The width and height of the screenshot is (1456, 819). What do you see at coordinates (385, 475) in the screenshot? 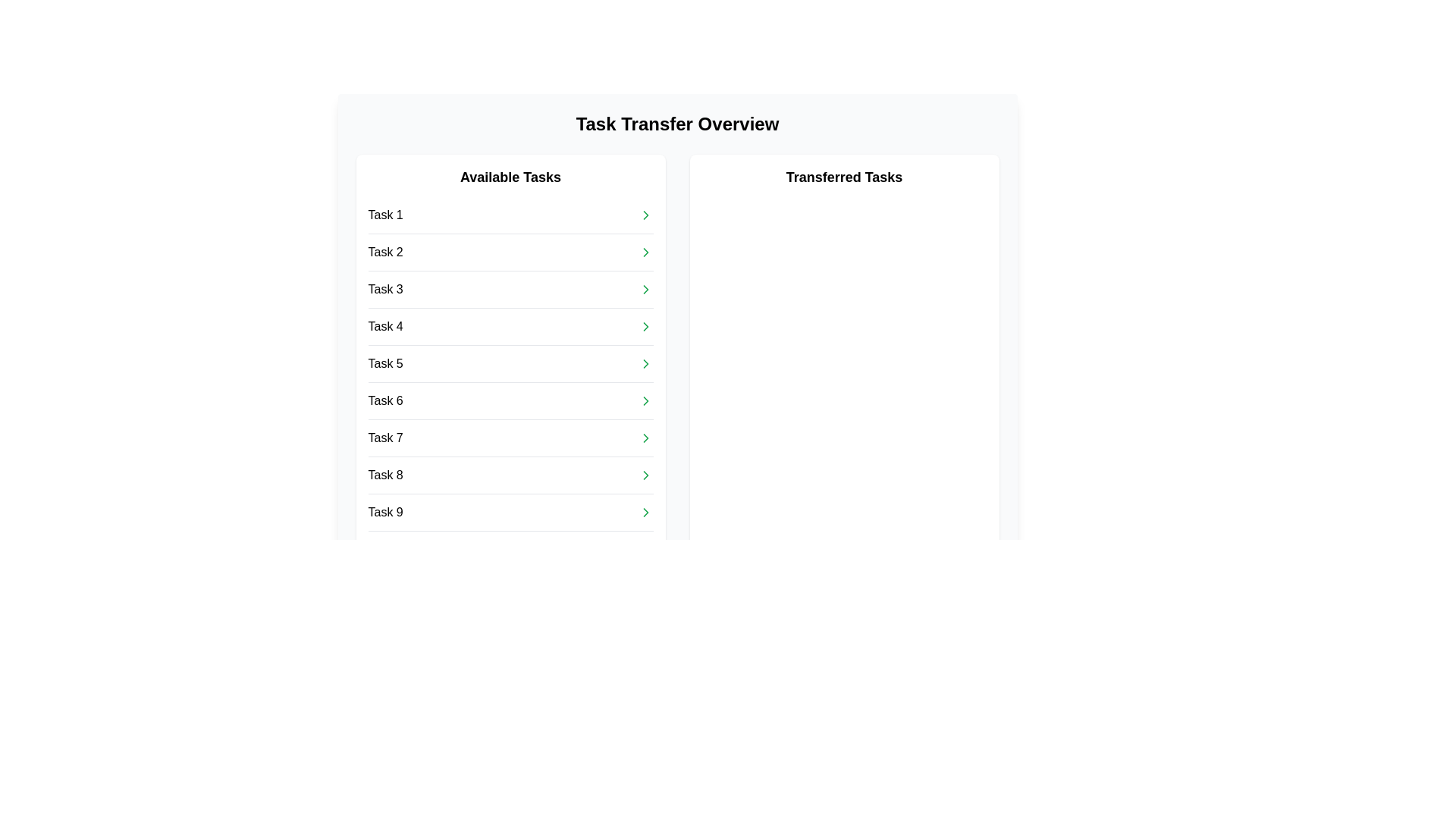
I see `the Text Label indicating the task in the 'Available Tasks' column, specifically the eighth position, situated between 'Task 7' and 'Task 9'` at bounding box center [385, 475].